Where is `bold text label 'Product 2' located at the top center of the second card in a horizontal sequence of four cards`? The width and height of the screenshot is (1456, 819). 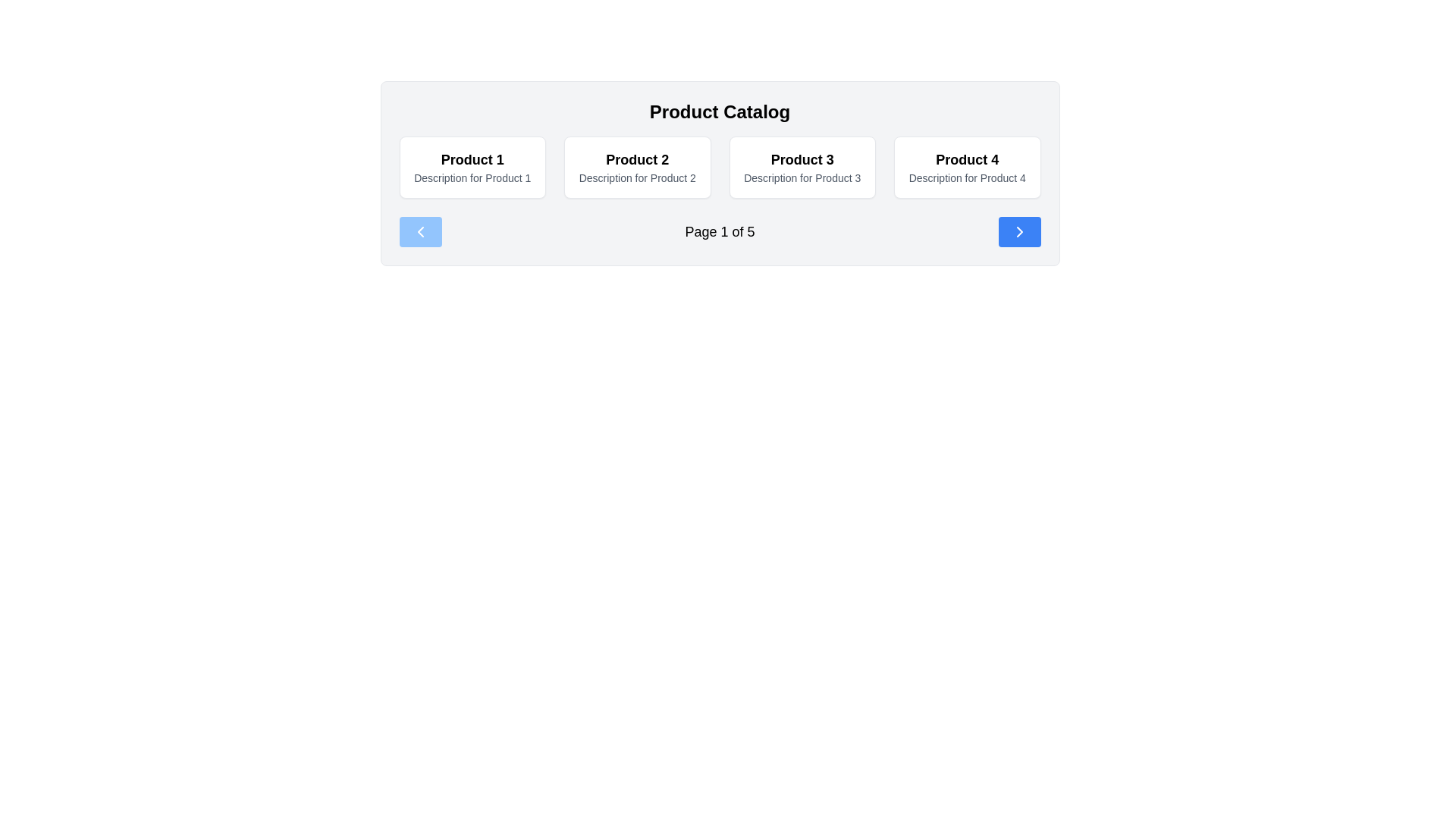 bold text label 'Product 2' located at the top center of the second card in a horizontal sequence of four cards is located at coordinates (637, 160).